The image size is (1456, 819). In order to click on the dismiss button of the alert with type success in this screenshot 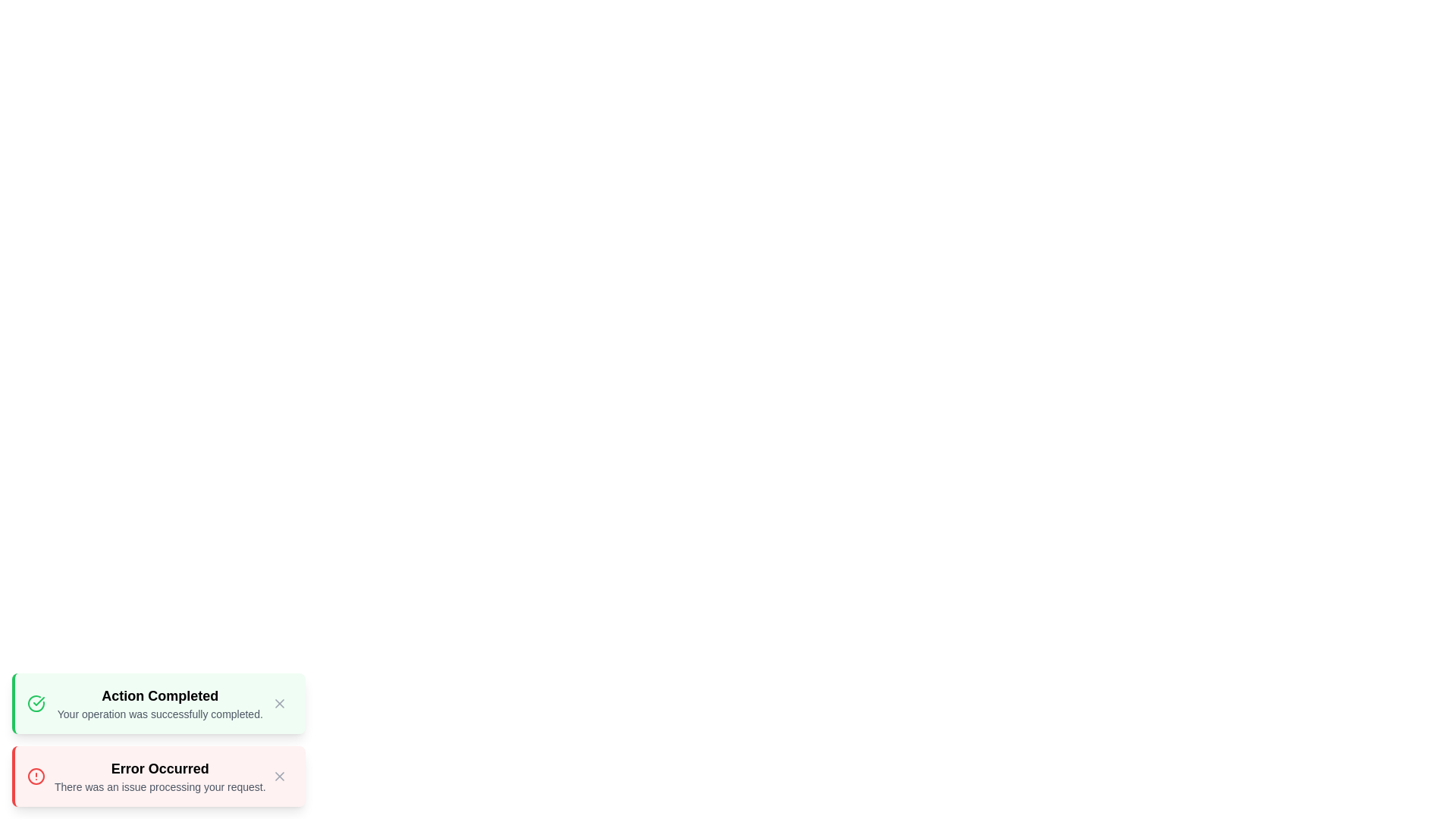, I will do `click(279, 704)`.